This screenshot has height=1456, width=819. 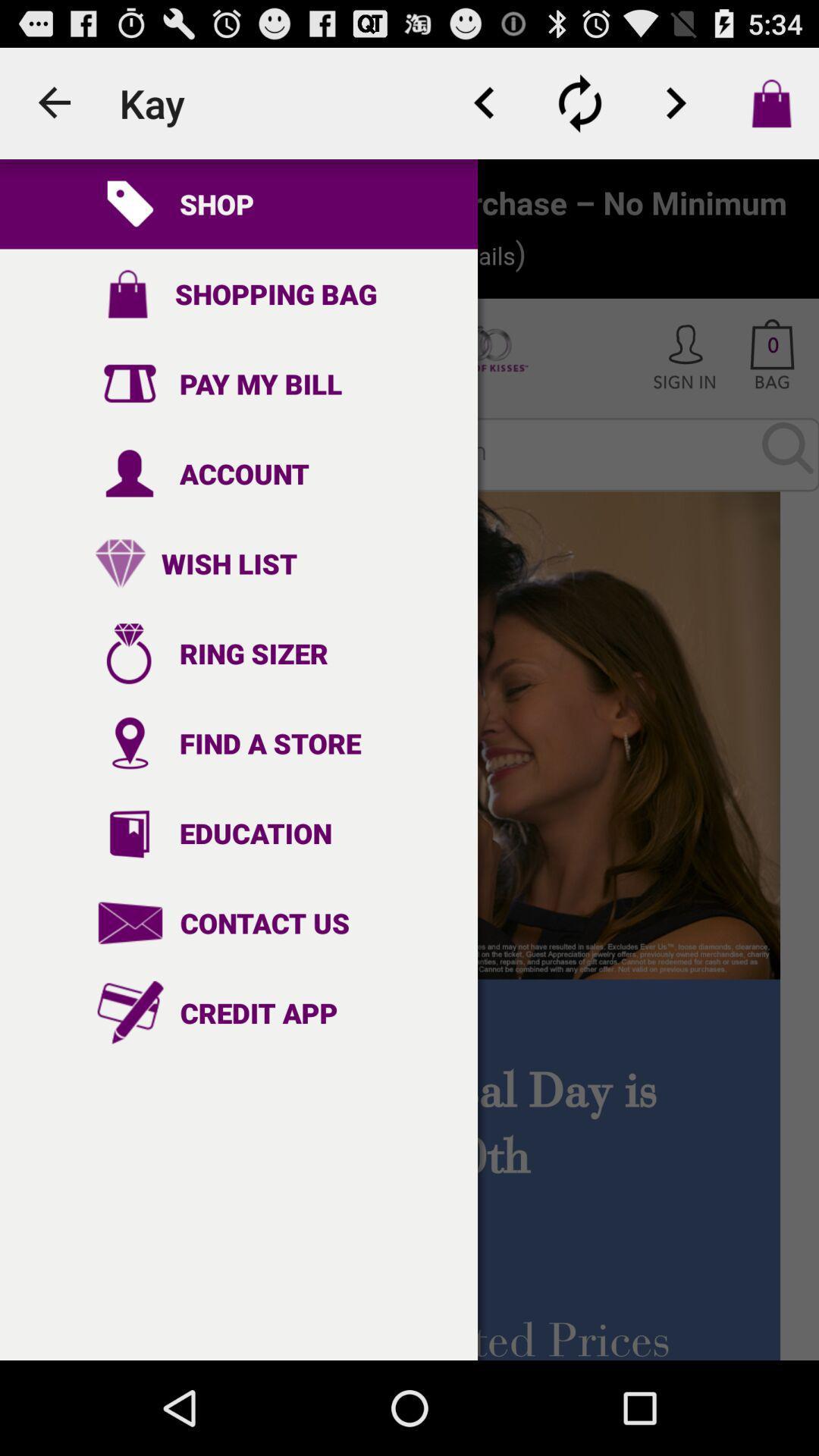 I want to click on button for next item, so click(x=675, y=102).